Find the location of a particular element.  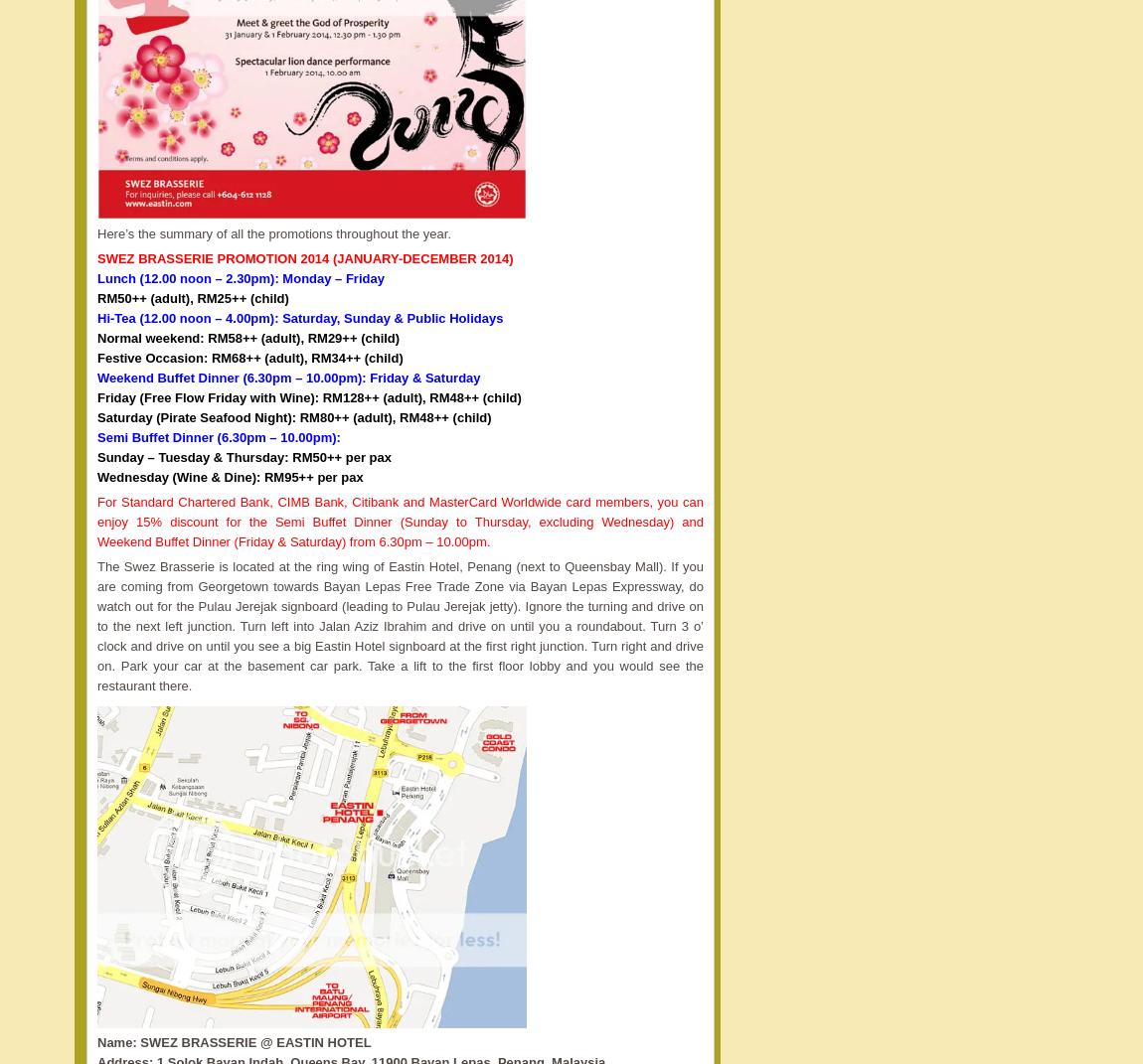

'Sunday – Tuesday & Thursday:' is located at coordinates (95, 456).